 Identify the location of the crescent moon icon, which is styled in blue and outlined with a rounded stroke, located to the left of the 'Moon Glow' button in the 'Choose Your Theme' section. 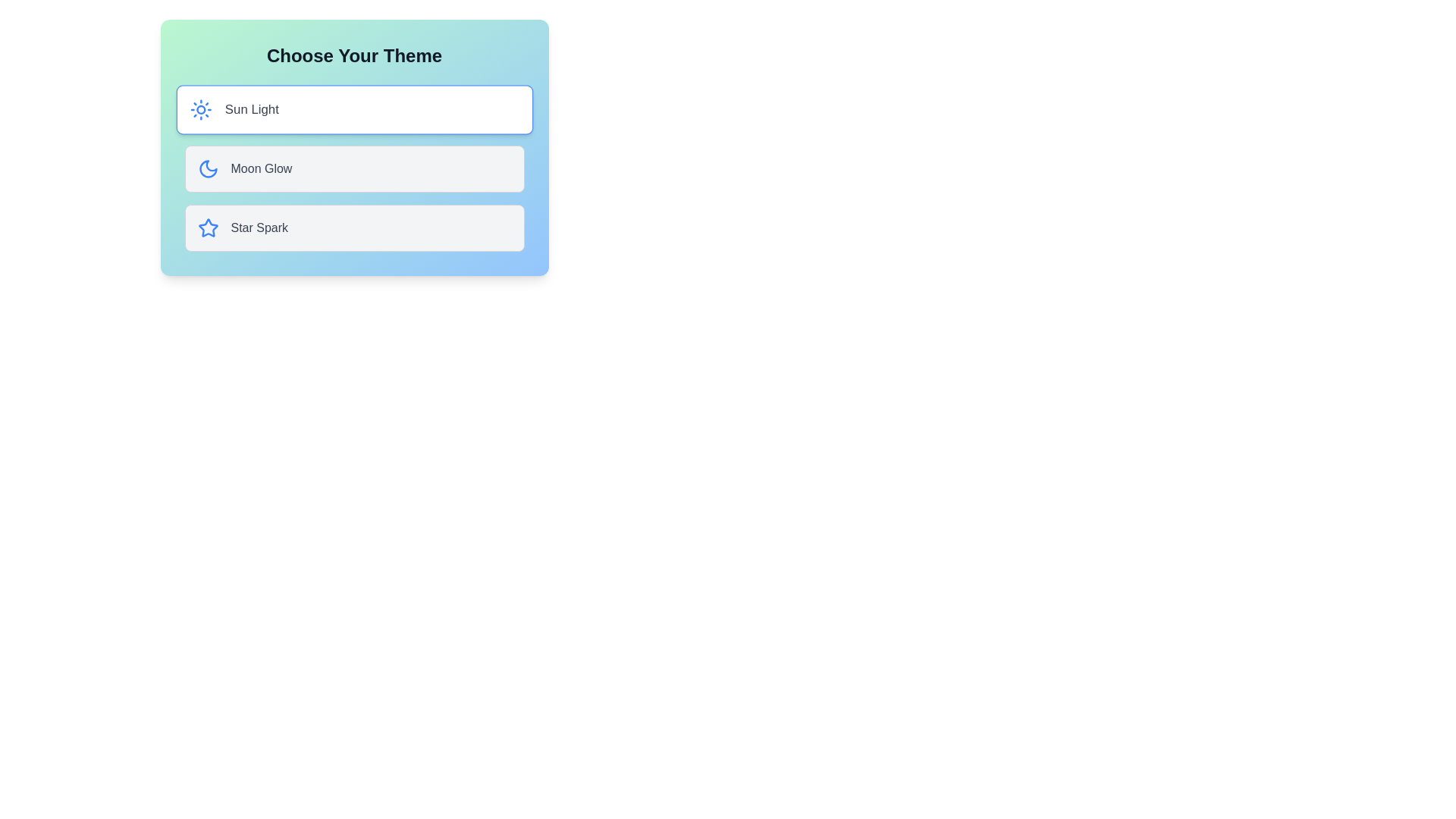
(207, 169).